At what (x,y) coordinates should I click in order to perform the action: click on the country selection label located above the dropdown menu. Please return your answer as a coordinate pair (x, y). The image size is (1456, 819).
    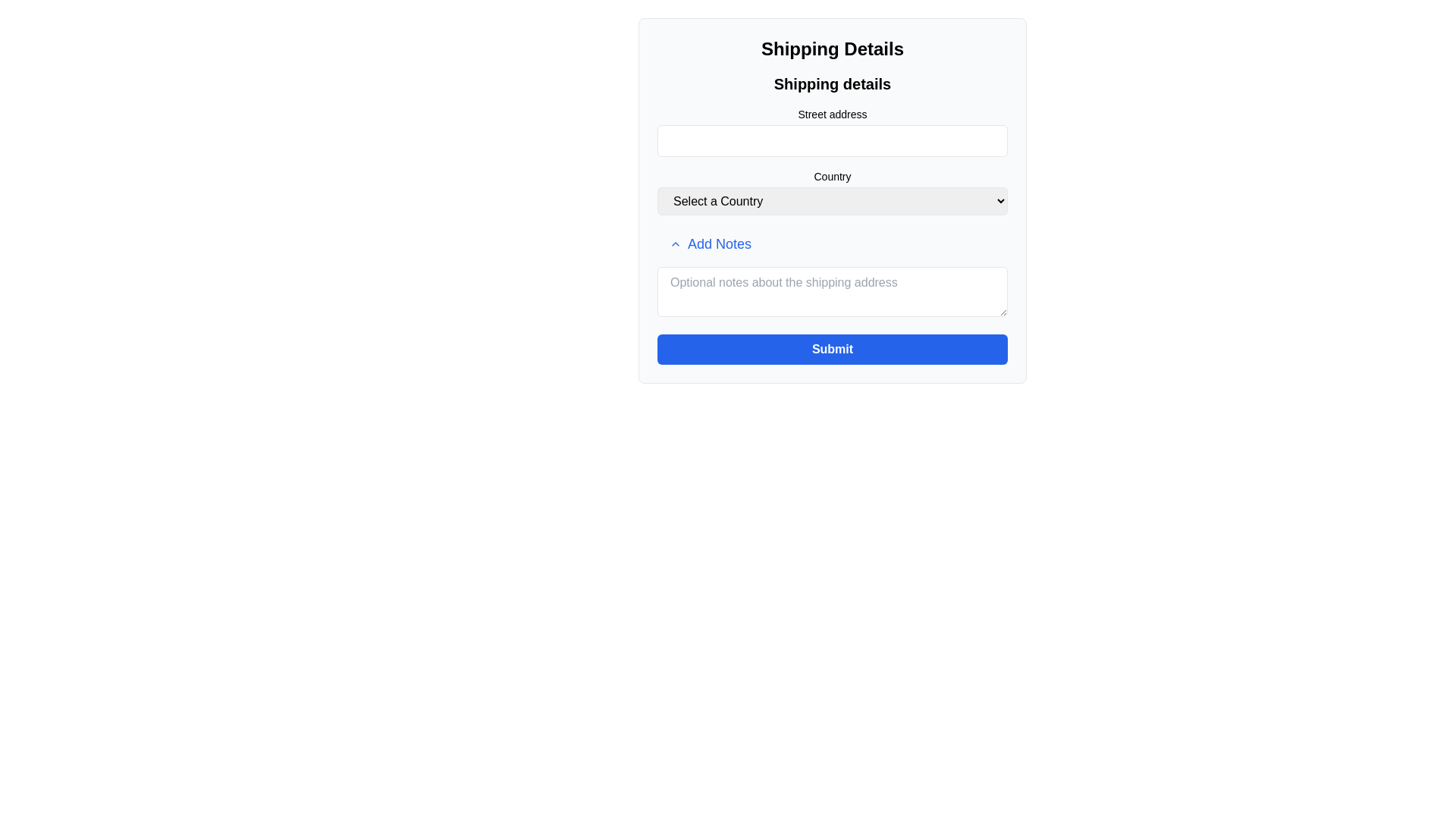
    Looking at the image, I should click on (832, 175).